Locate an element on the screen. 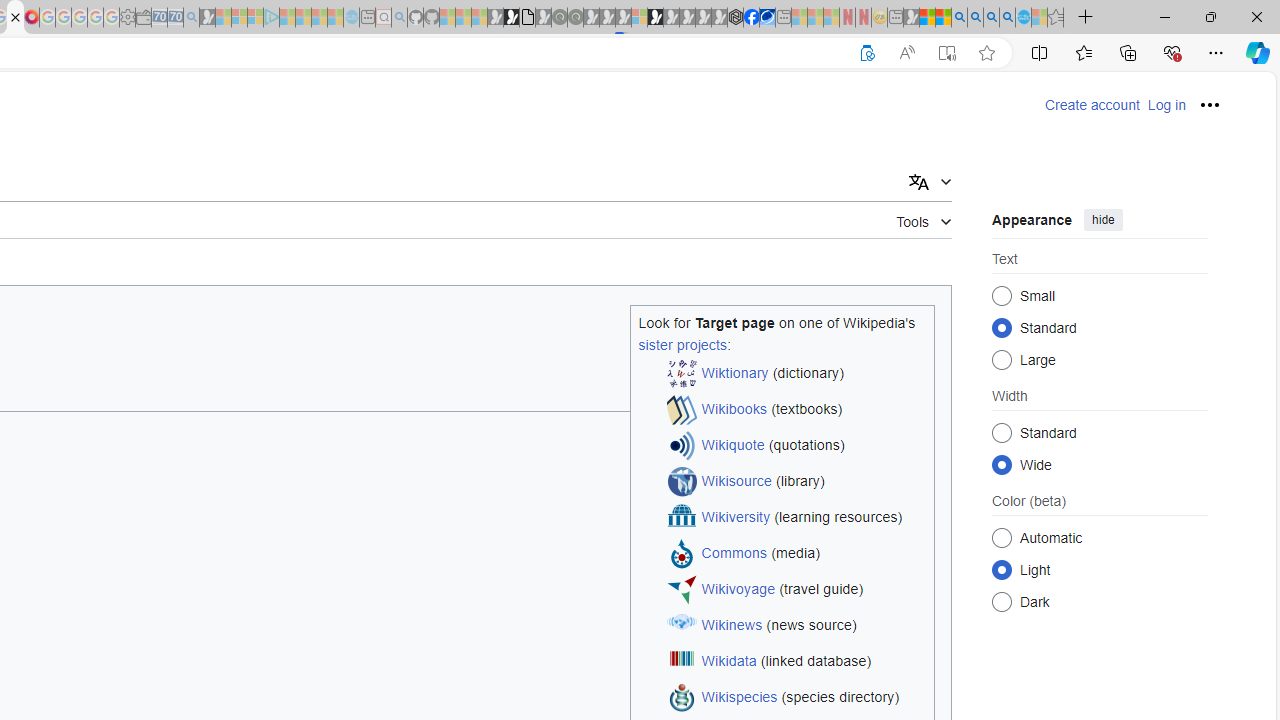 The width and height of the screenshot is (1280, 720). 'Wikibooks' is located at coordinates (733, 408).